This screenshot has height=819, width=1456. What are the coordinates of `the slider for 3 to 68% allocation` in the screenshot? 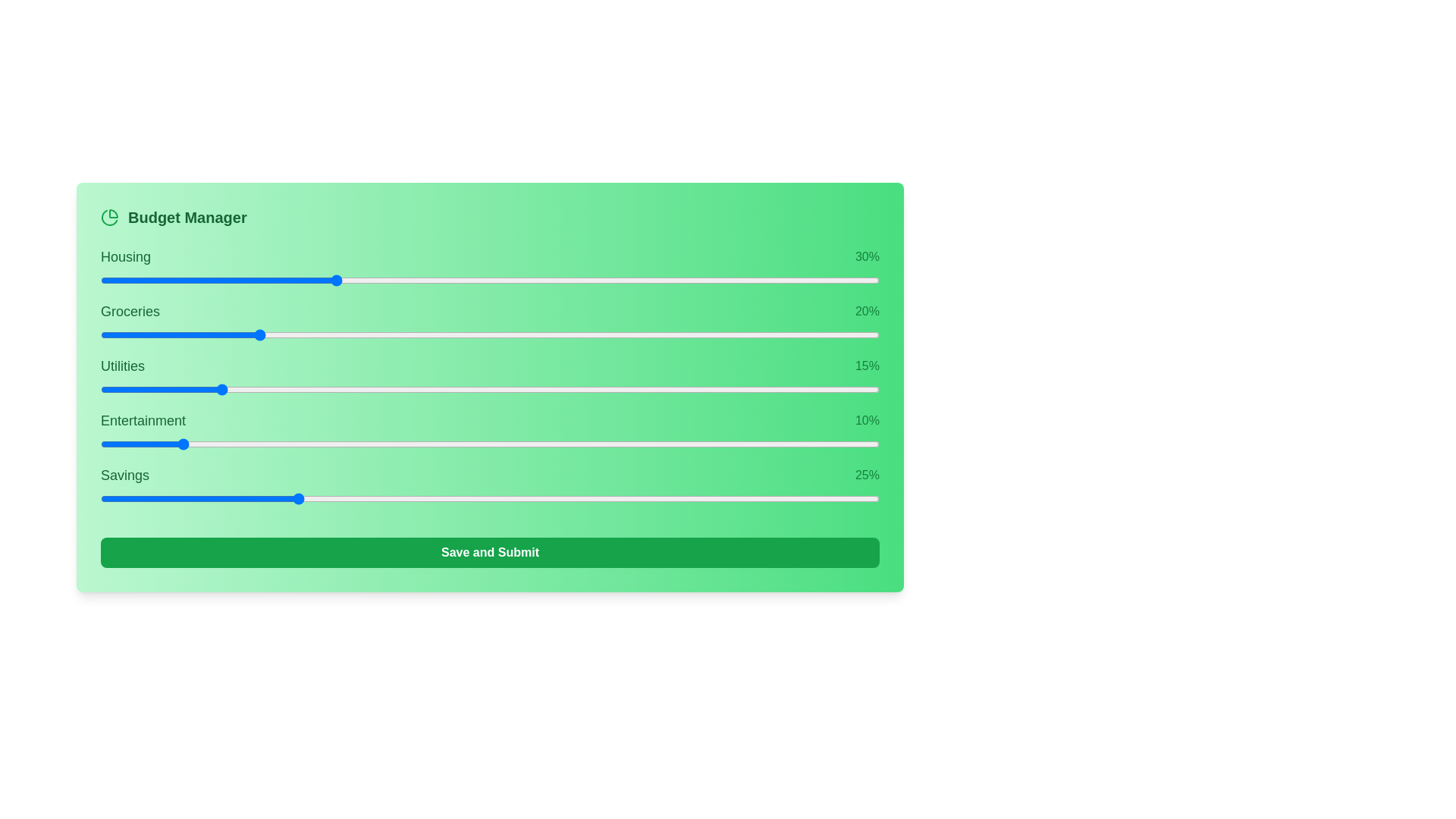 It's located at (755, 444).